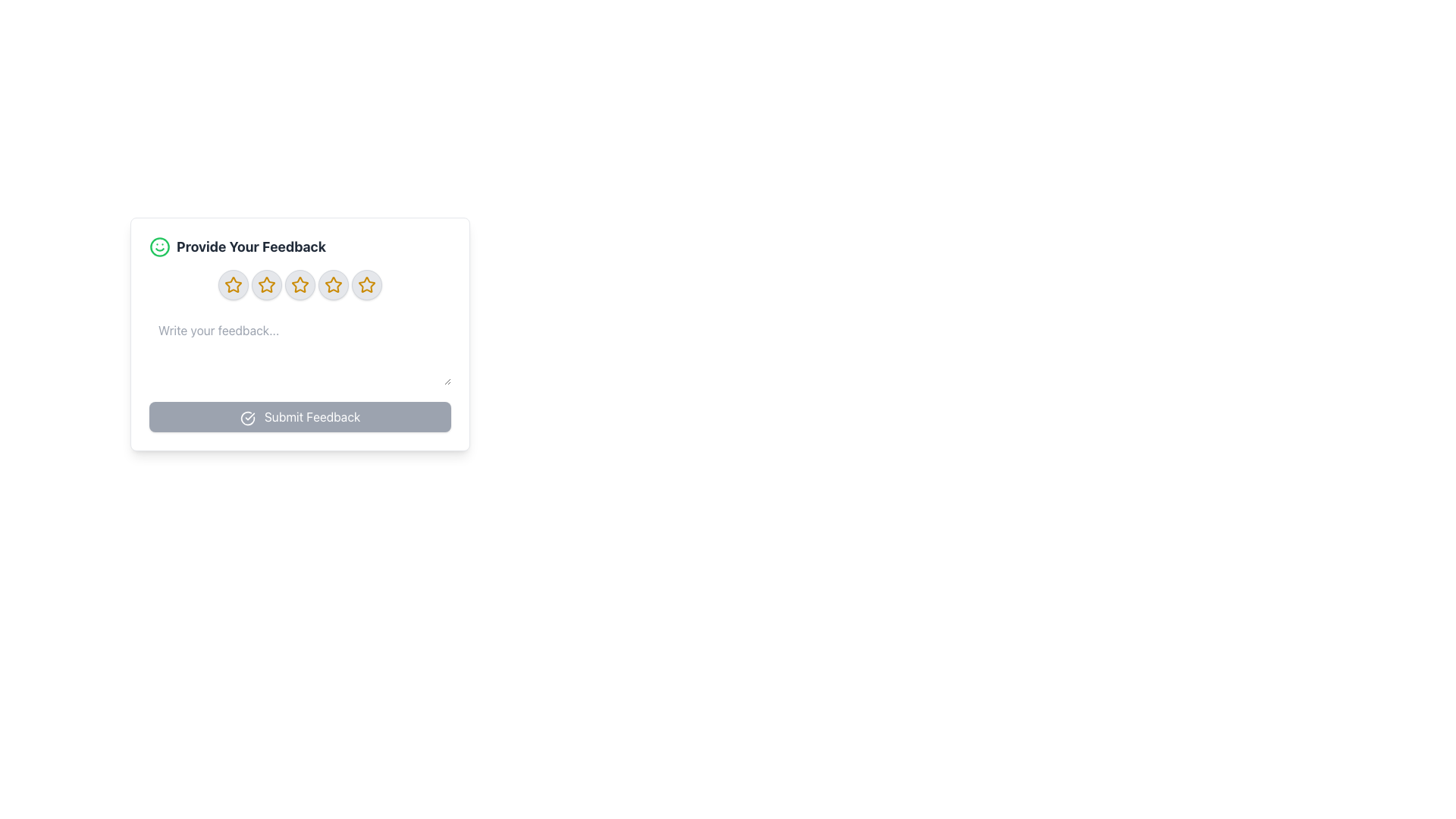 The image size is (1456, 819). I want to click on the decorative Icon representing positivity or satisfaction in the feedback form, located to the far left of the 'Provide Your Feedback' text, so click(160, 246).